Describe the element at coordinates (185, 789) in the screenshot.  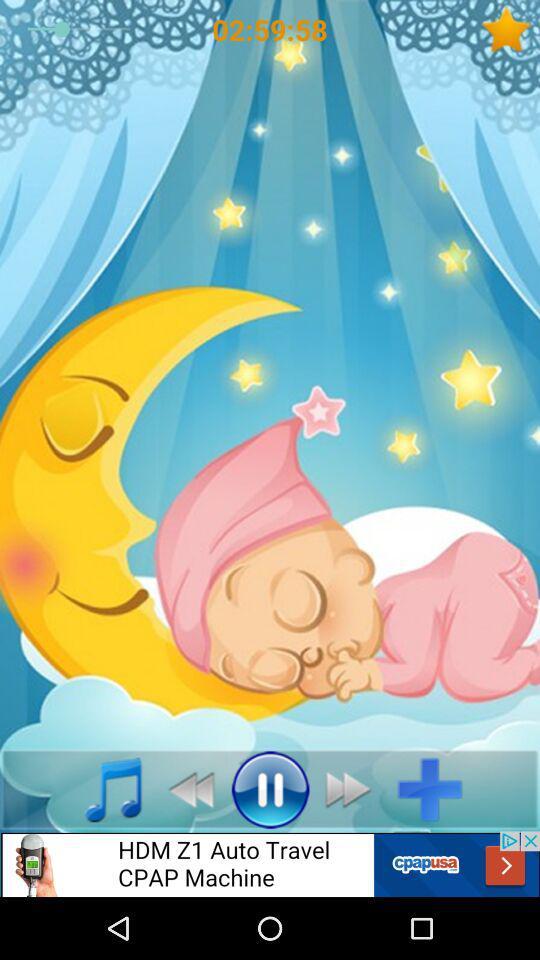
I see `go back` at that location.